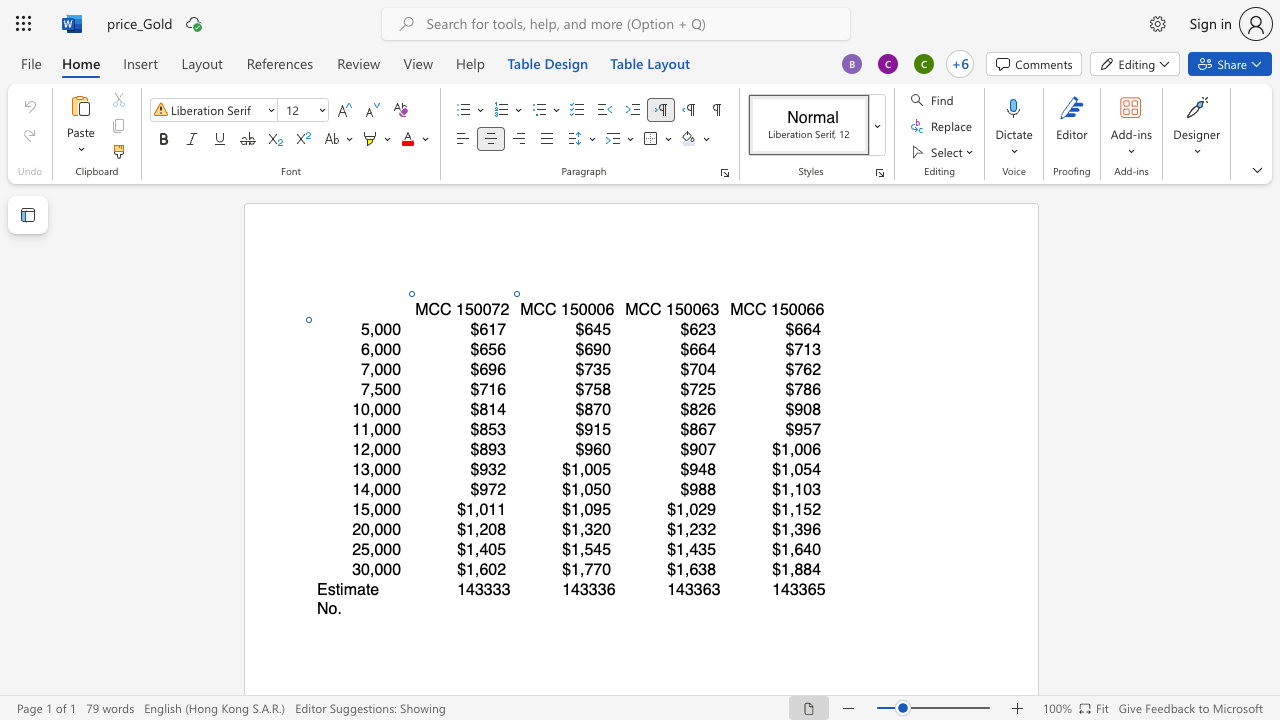 The height and width of the screenshot is (720, 1280). I want to click on the space between the continuous character "C" and "C" in the text, so click(545, 309).